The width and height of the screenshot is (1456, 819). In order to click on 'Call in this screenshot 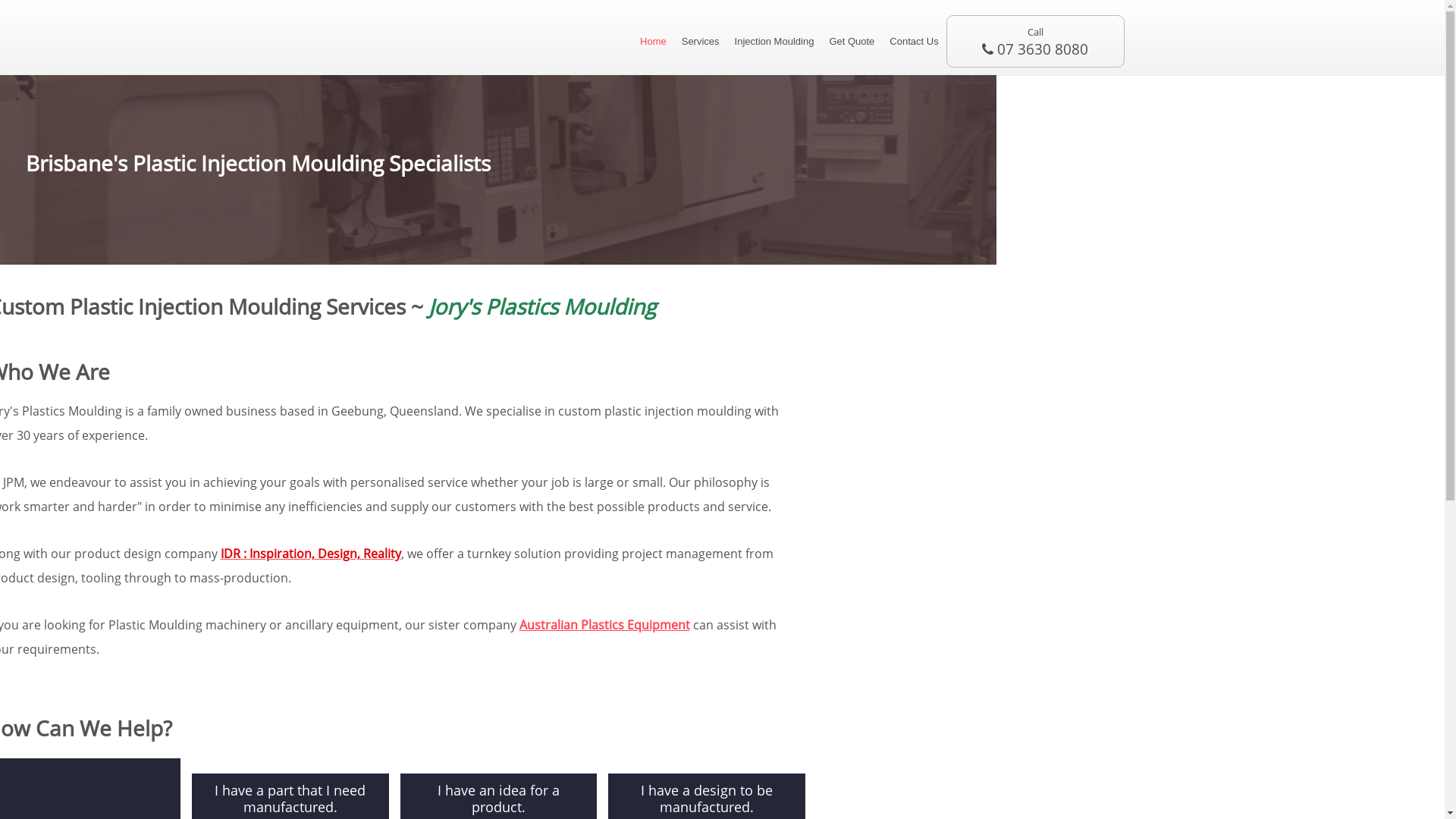, I will do `click(1034, 40)`.